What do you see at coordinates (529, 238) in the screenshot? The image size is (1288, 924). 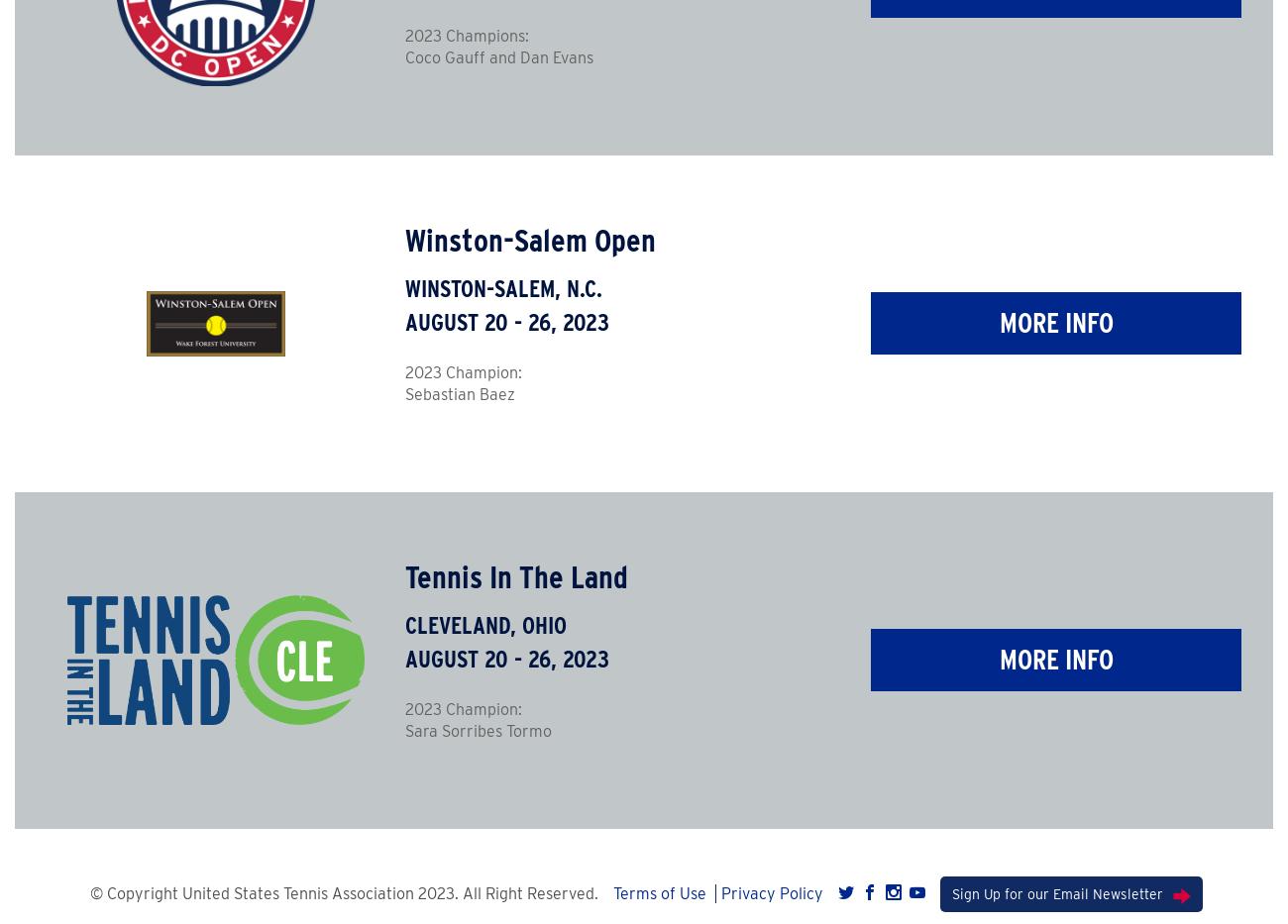 I see `'Winston-Salem Open'` at bounding box center [529, 238].